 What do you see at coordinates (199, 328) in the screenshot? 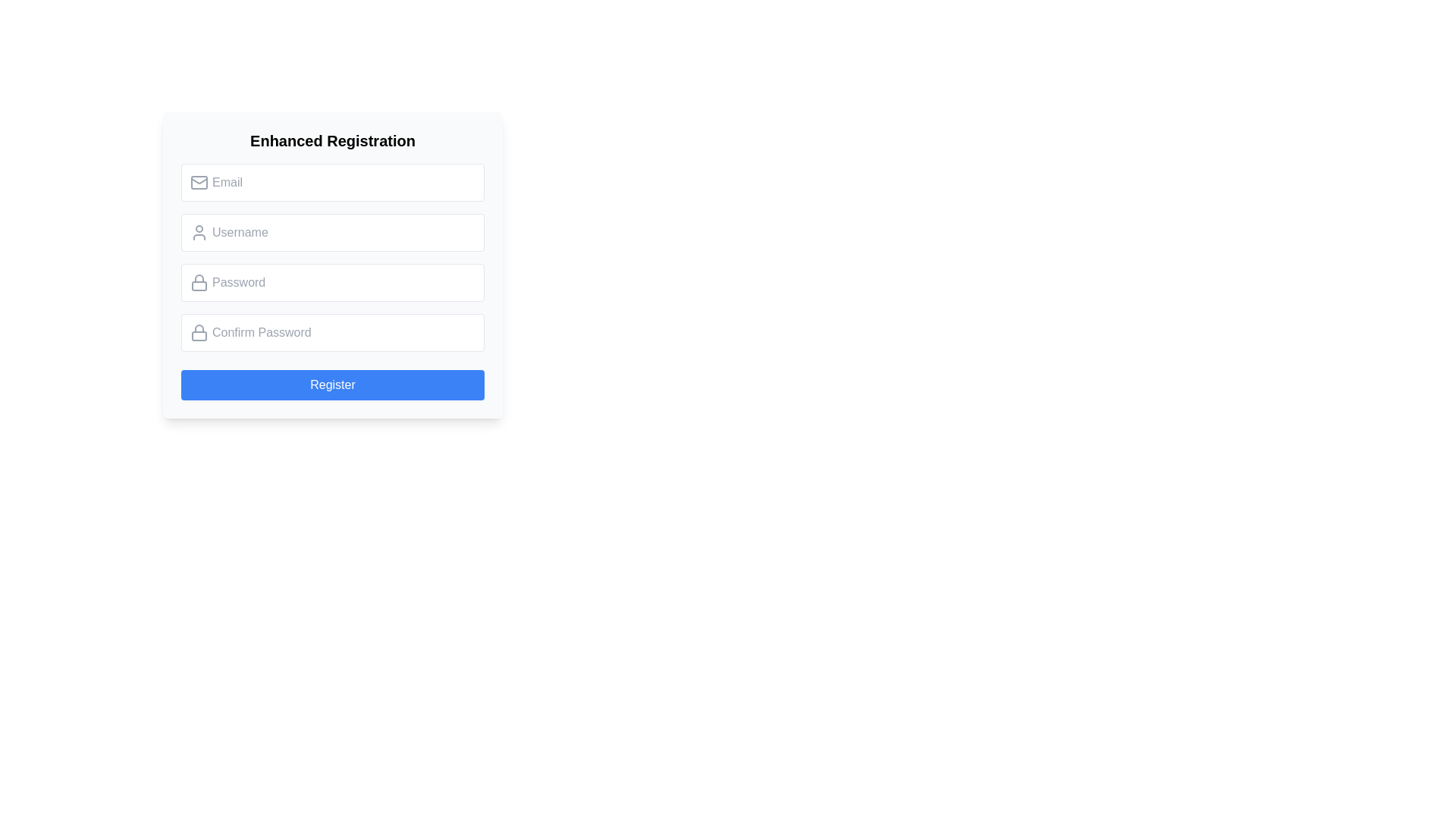
I see `the lock icon indicating the password input field for 'Confirm Password', which is positioned on the left side of the input field` at bounding box center [199, 328].